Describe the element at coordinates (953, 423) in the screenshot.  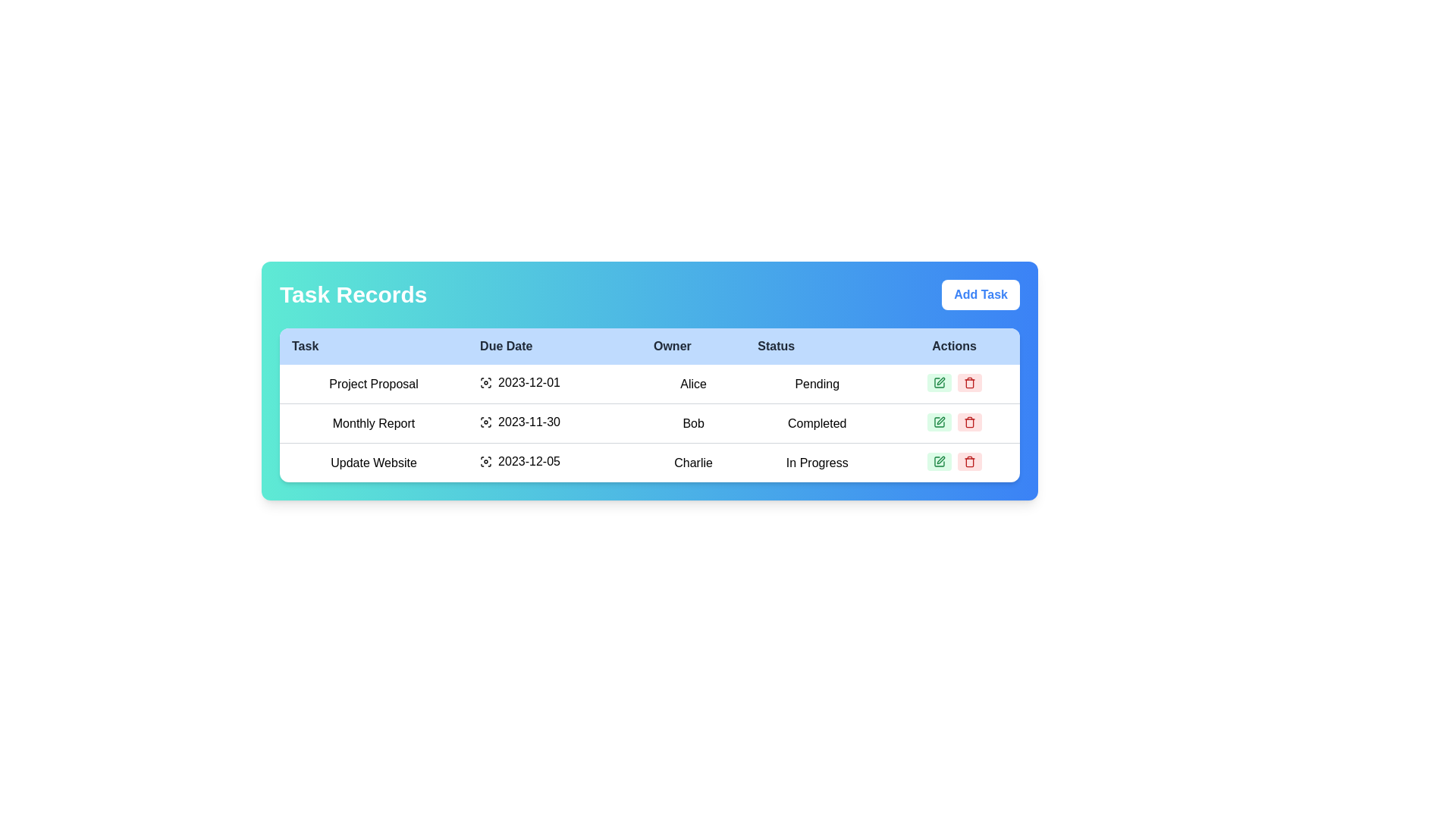
I see `the 'Delete' button in the Button group for the 'Monthly Report' task entry owned by 'Bob' with a status of 'Completed'` at that location.